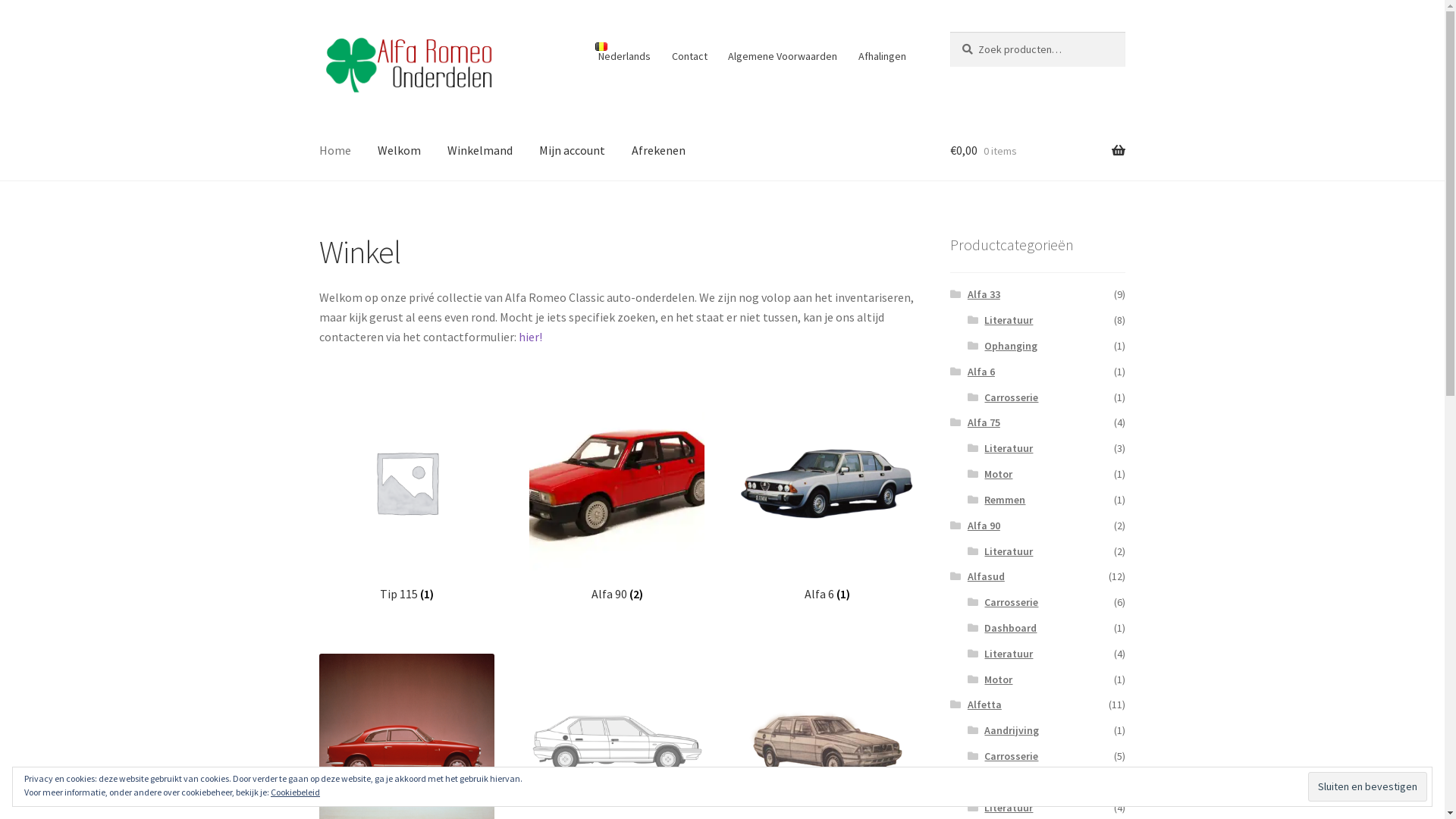 This screenshot has height=819, width=1456. Describe the element at coordinates (949, 31) in the screenshot. I see `'Zoeken'` at that location.